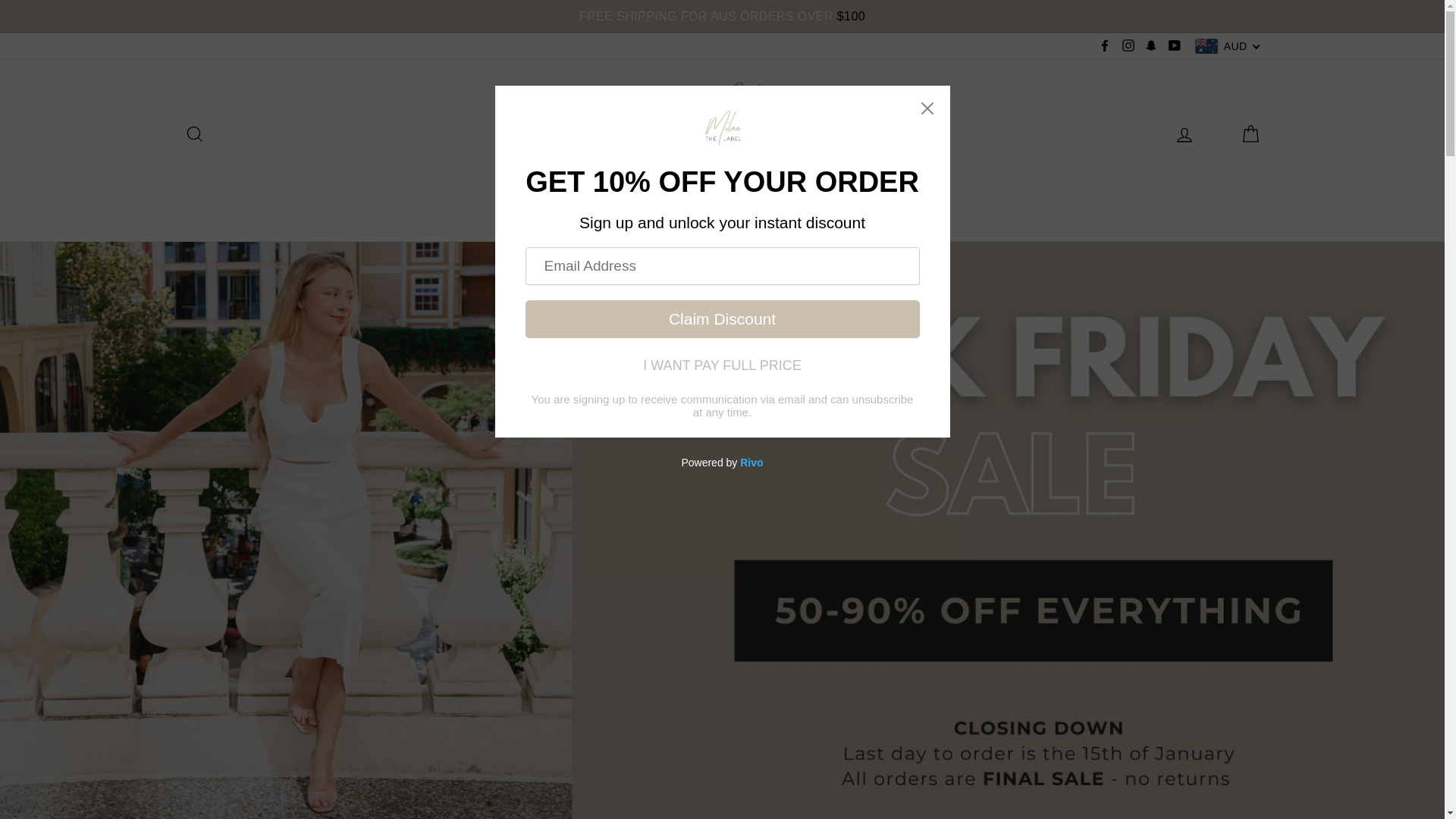 This screenshot has width=1456, height=819. What do you see at coordinates (0, 0) in the screenshot?
I see `'Skip to content'` at bounding box center [0, 0].